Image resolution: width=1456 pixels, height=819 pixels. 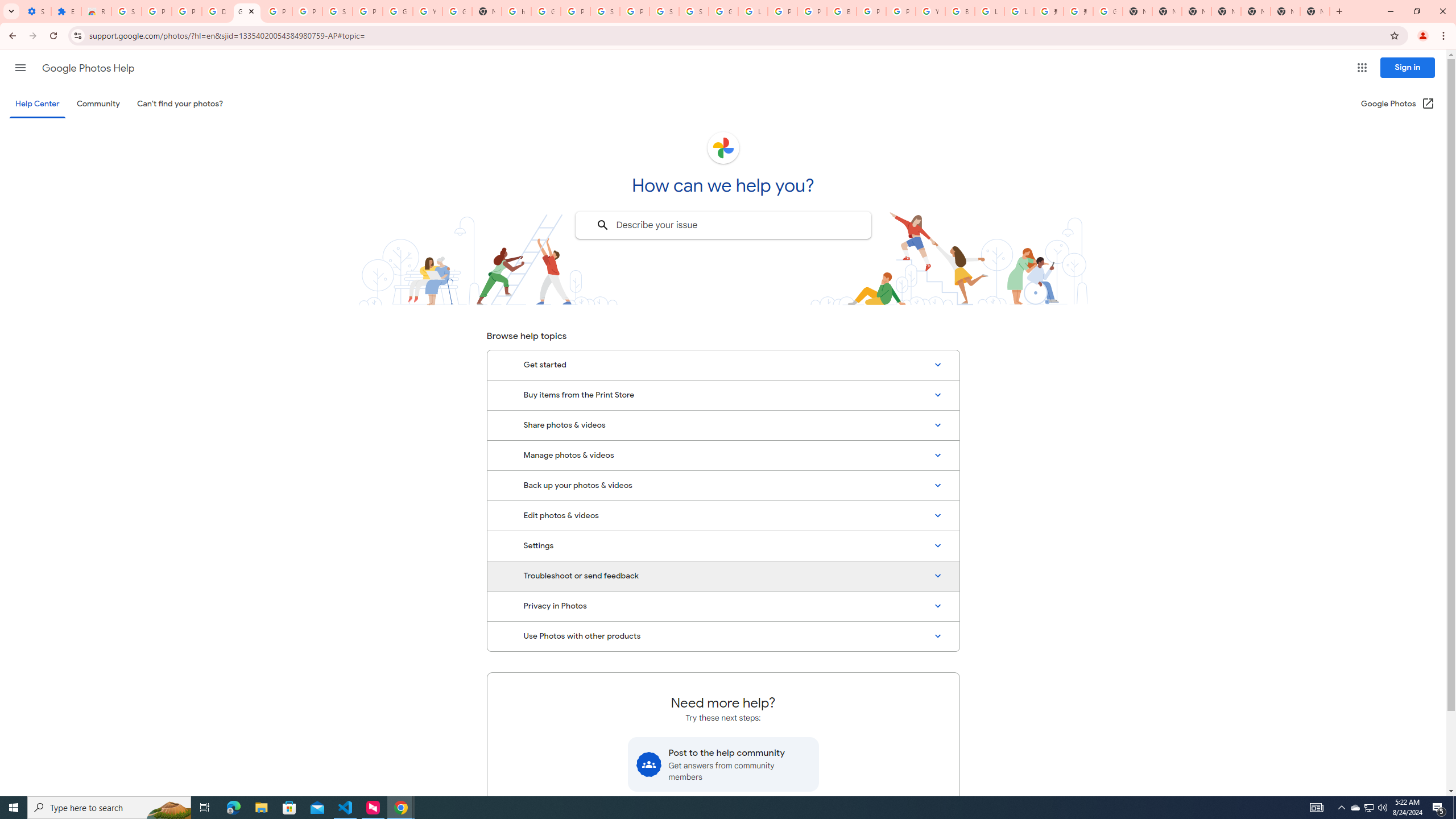 What do you see at coordinates (723, 425) in the screenshot?
I see `'Share photos & videos'` at bounding box center [723, 425].